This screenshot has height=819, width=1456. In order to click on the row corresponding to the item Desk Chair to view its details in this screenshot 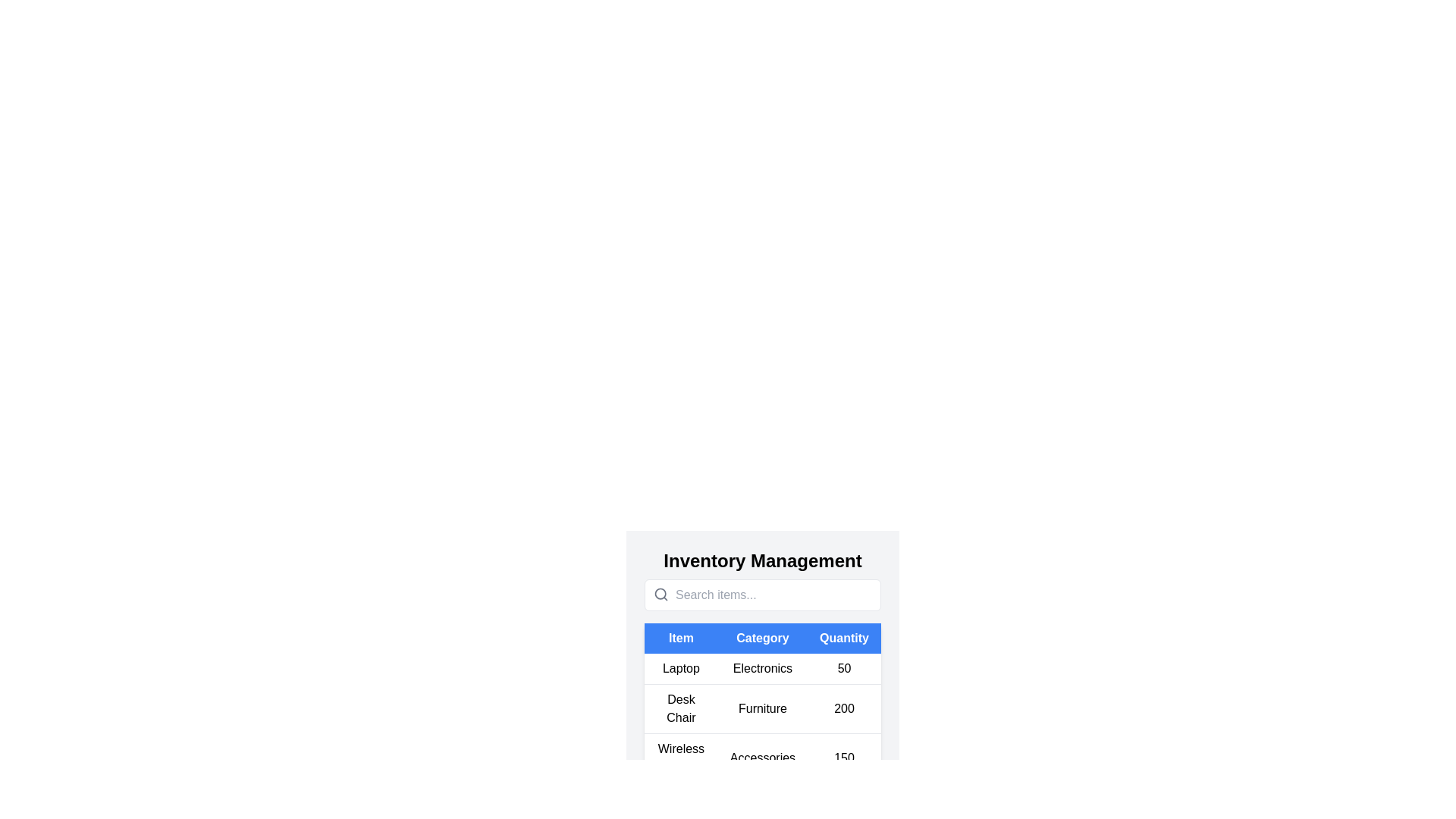, I will do `click(763, 708)`.